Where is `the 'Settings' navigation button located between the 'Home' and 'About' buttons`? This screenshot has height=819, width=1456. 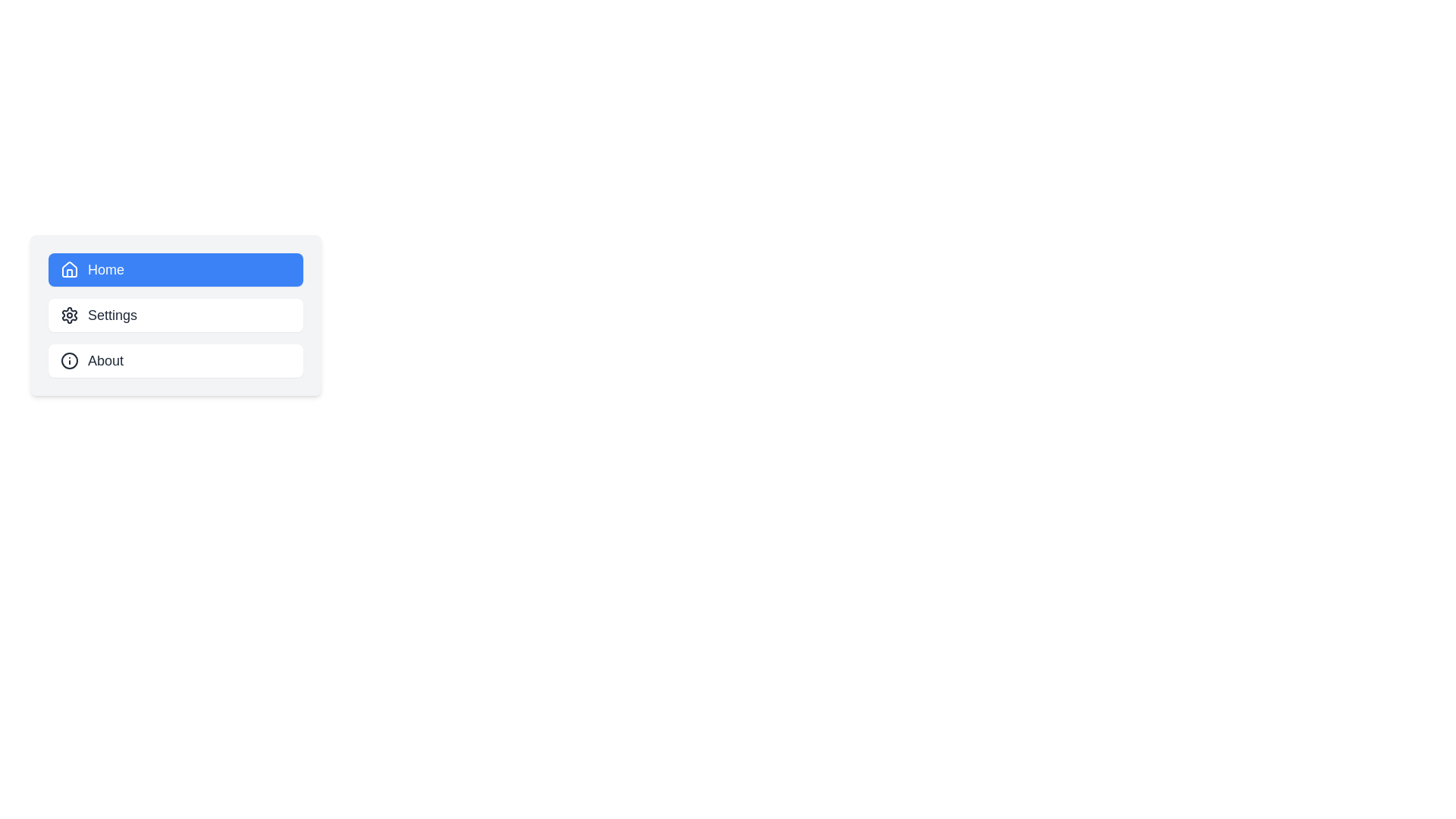
the 'Settings' navigation button located between the 'Home' and 'About' buttons is located at coordinates (175, 315).